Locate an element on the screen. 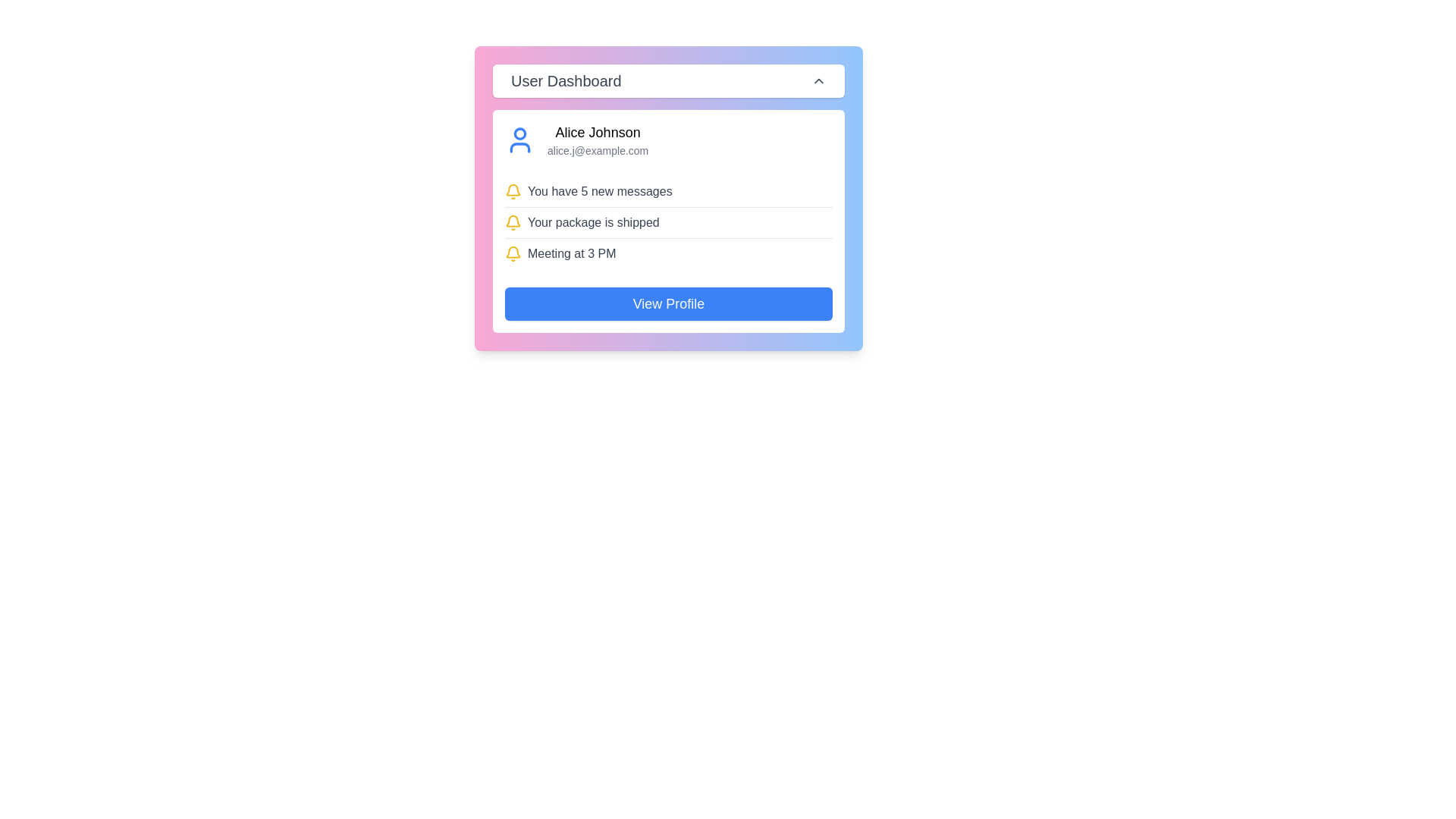 The image size is (1456, 819). the user information section to inspect the details is located at coordinates (596, 140).